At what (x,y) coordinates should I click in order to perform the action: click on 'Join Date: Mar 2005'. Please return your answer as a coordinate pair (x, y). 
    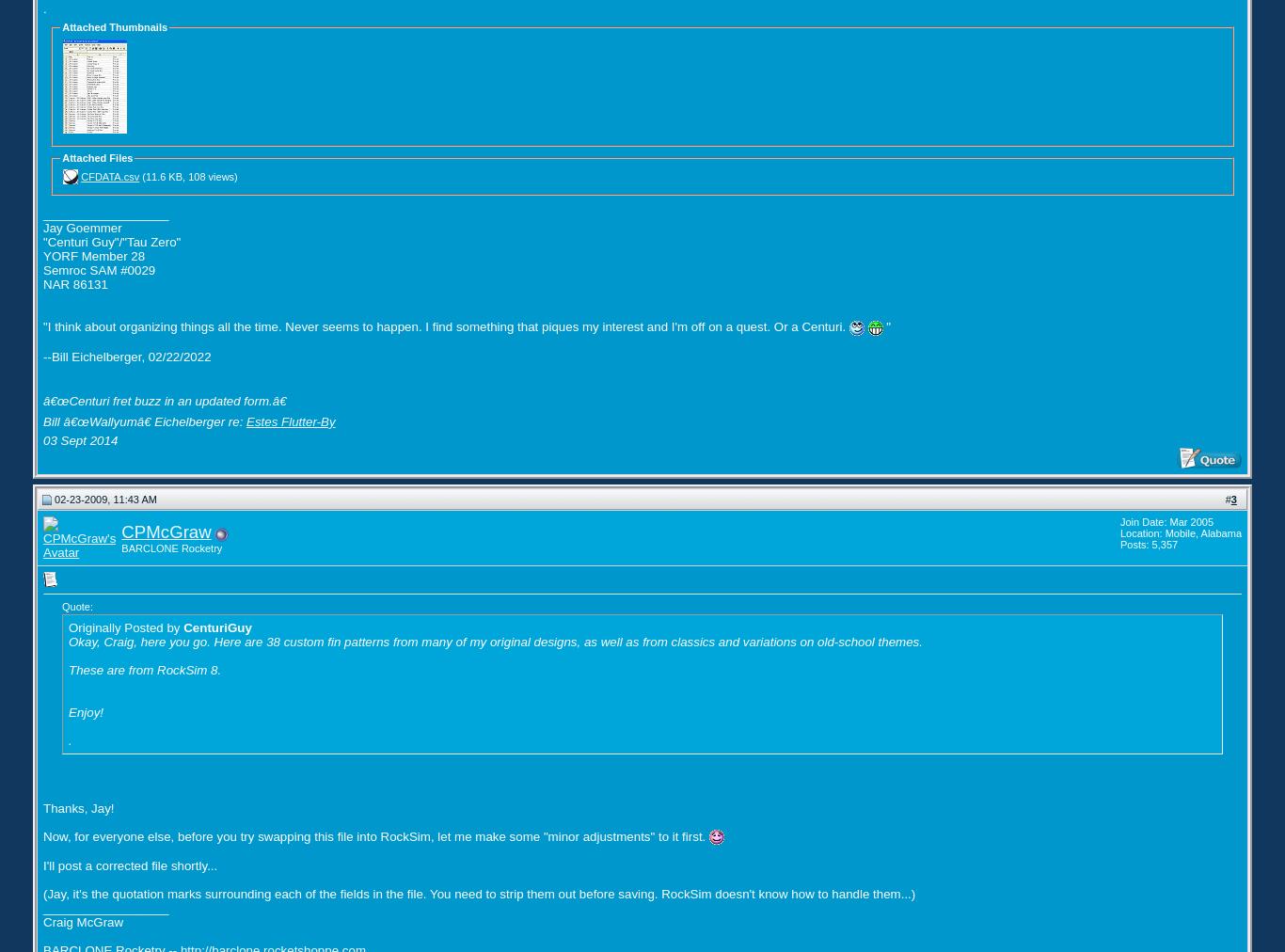
    Looking at the image, I should click on (1119, 520).